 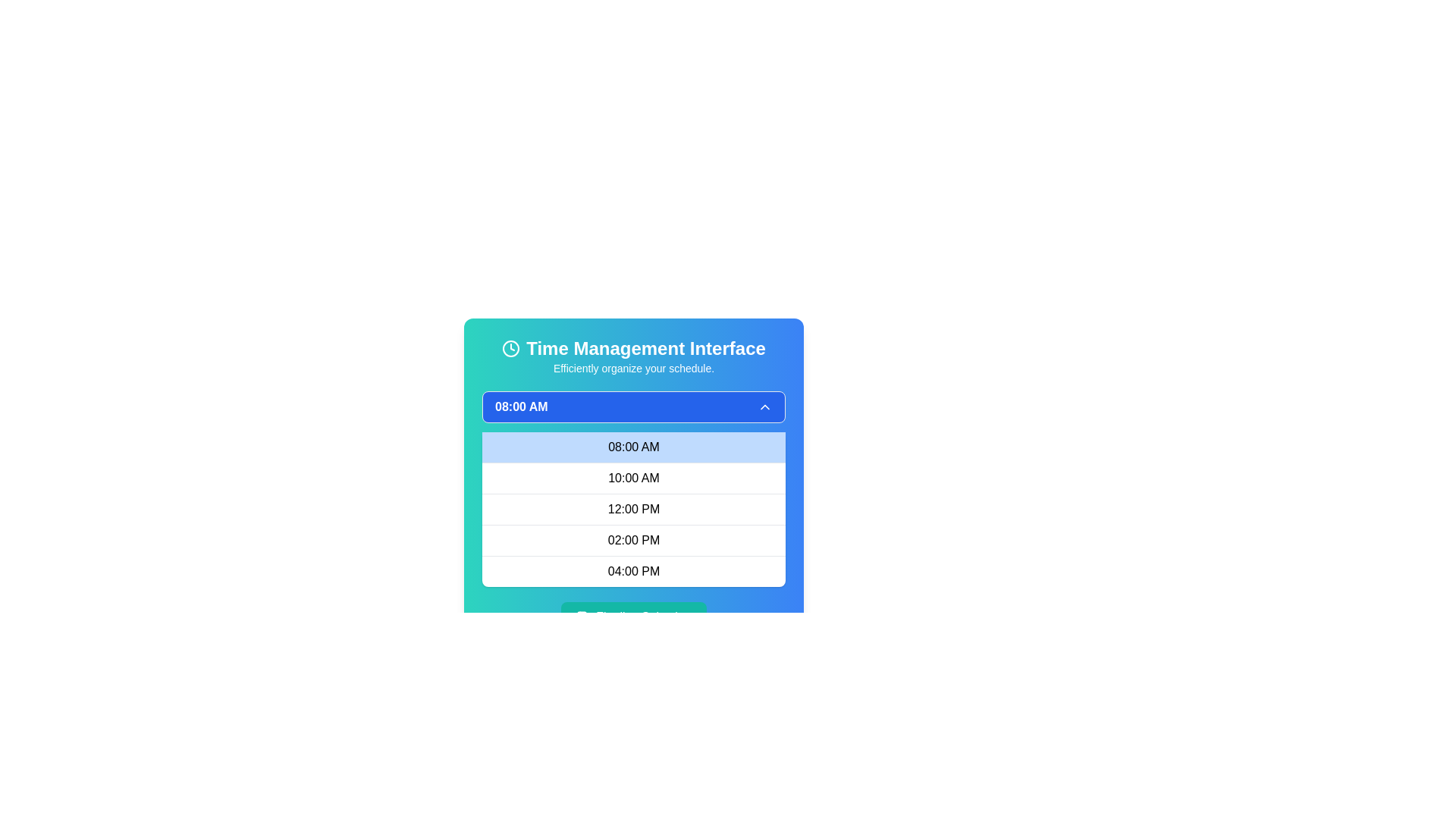 What do you see at coordinates (633, 447) in the screenshot?
I see `the first list item in the dropdown menu` at bounding box center [633, 447].